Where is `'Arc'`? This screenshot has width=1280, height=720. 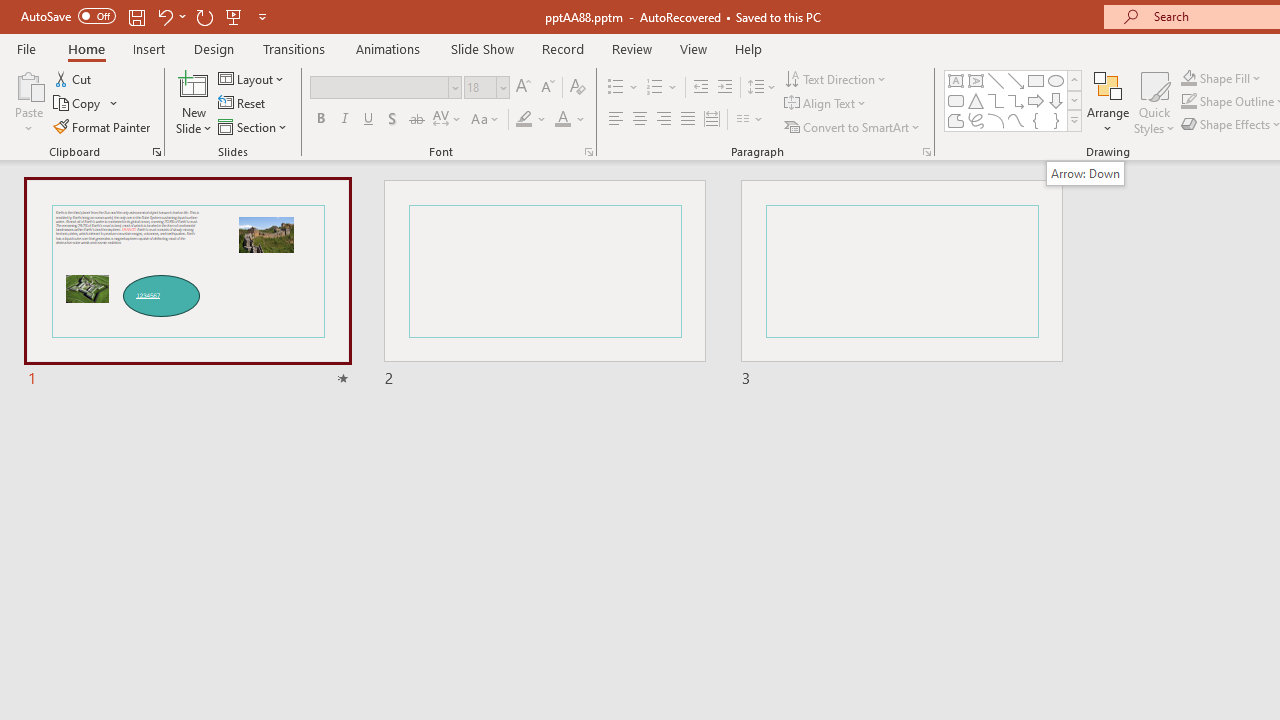 'Arc' is located at coordinates (995, 120).